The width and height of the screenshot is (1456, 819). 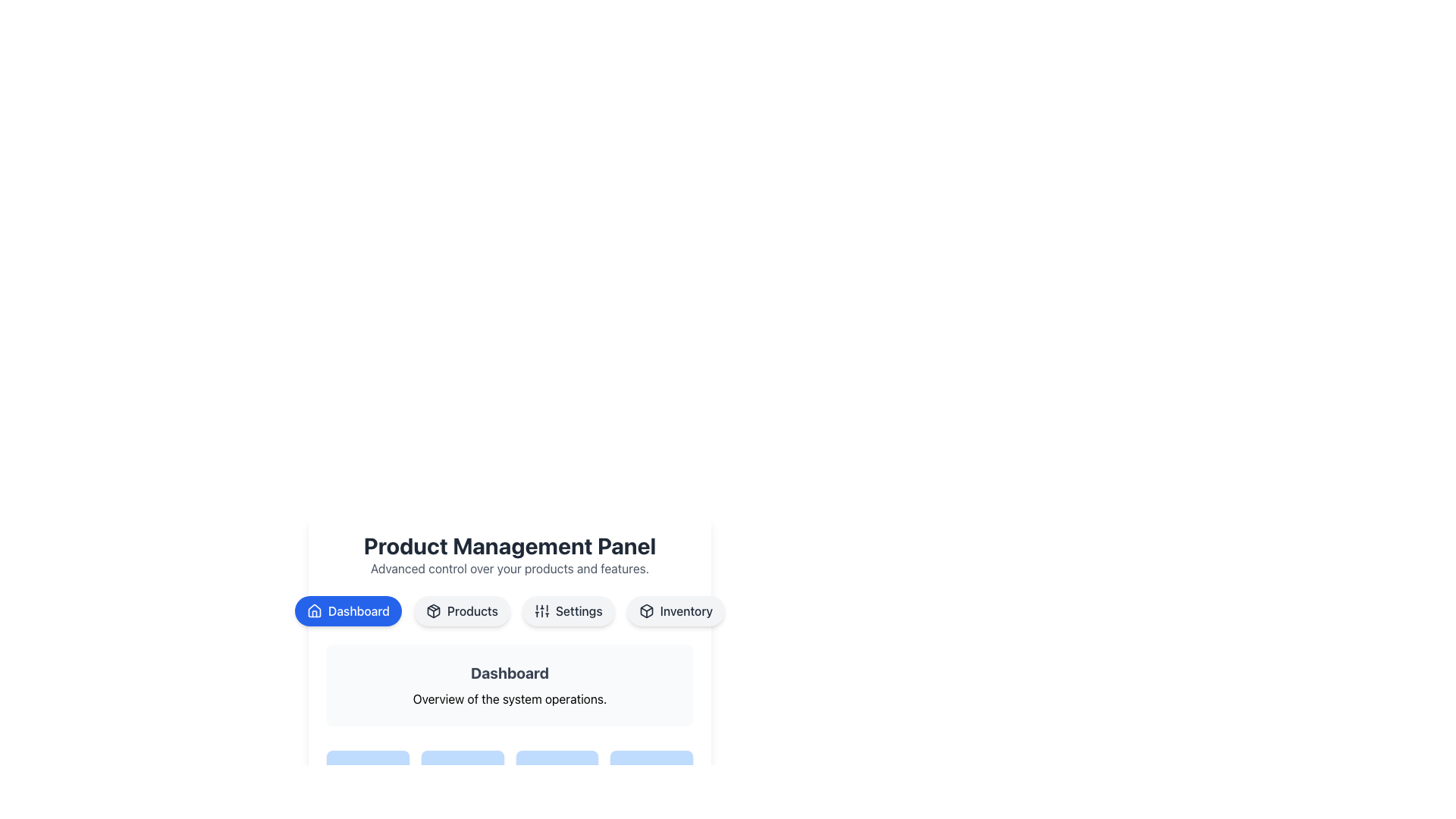 I want to click on the third button in the navigation bar under the 'Product Management Panel', so click(x=567, y=610).